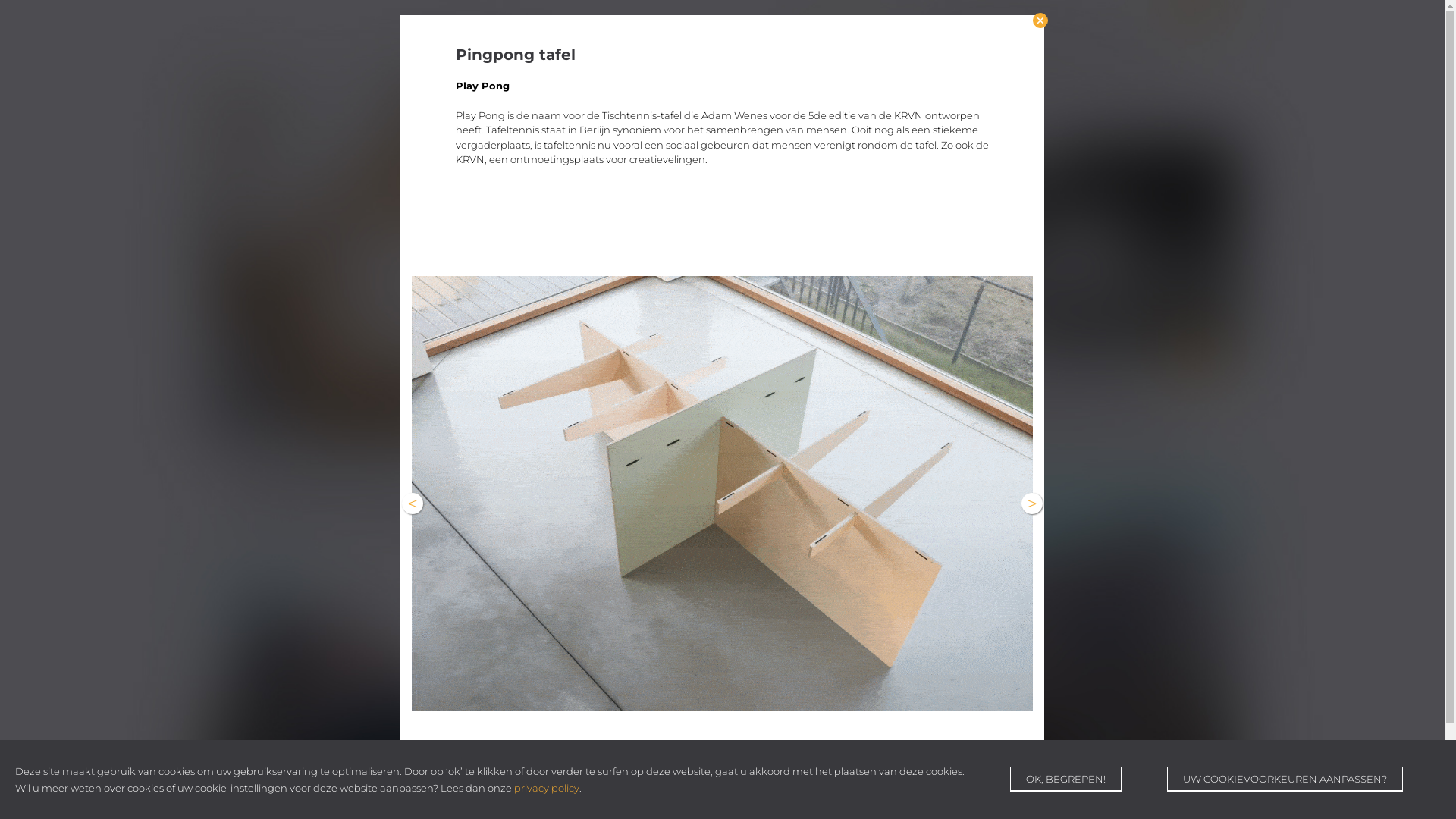 This screenshot has width=1456, height=819. Describe the element at coordinates (513, 786) in the screenshot. I see `'privacy policy'` at that location.